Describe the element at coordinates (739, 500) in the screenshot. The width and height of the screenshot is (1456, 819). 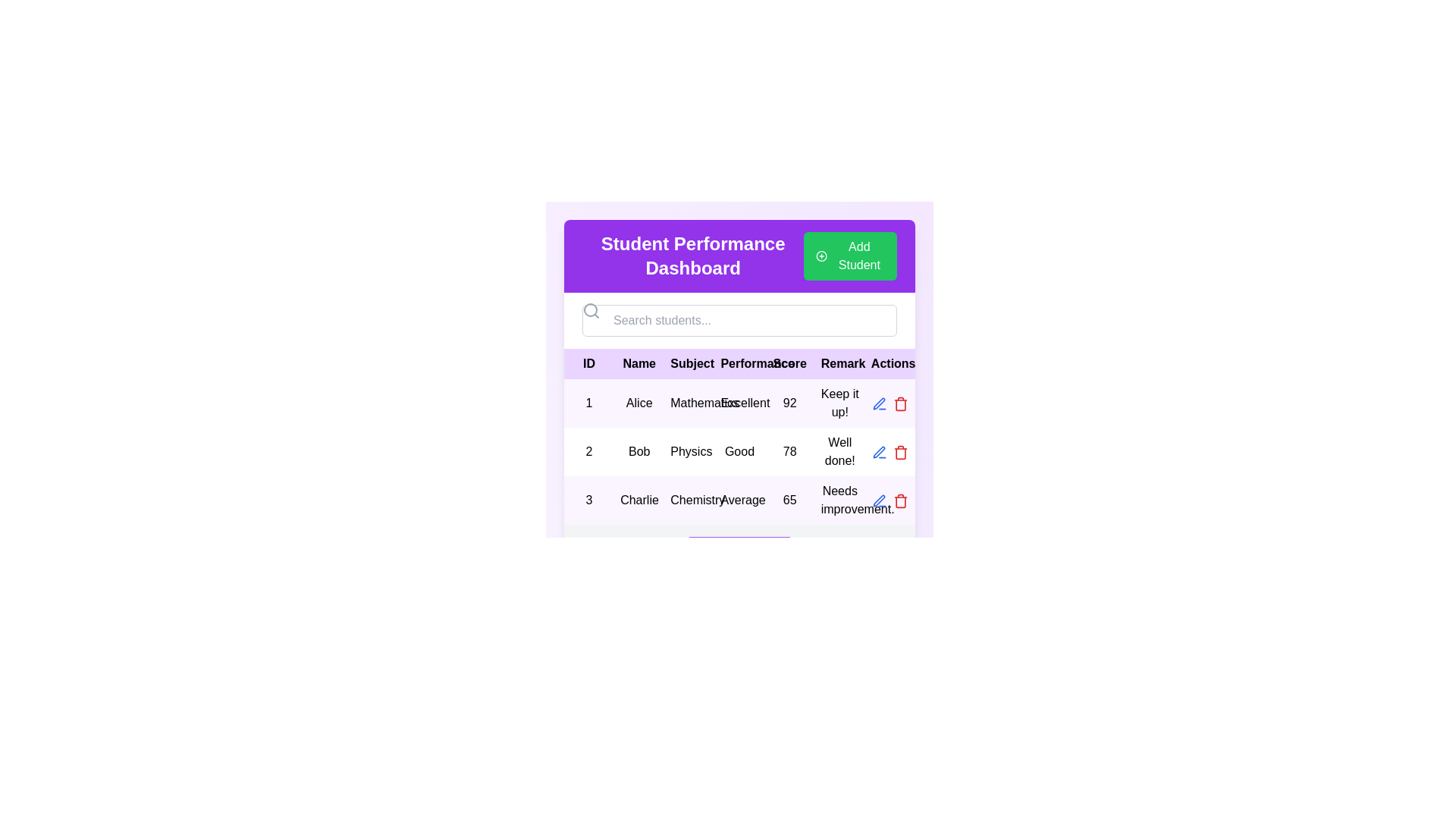
I see `the table row displaying performance data for Charlie in Chemistry` at that location.